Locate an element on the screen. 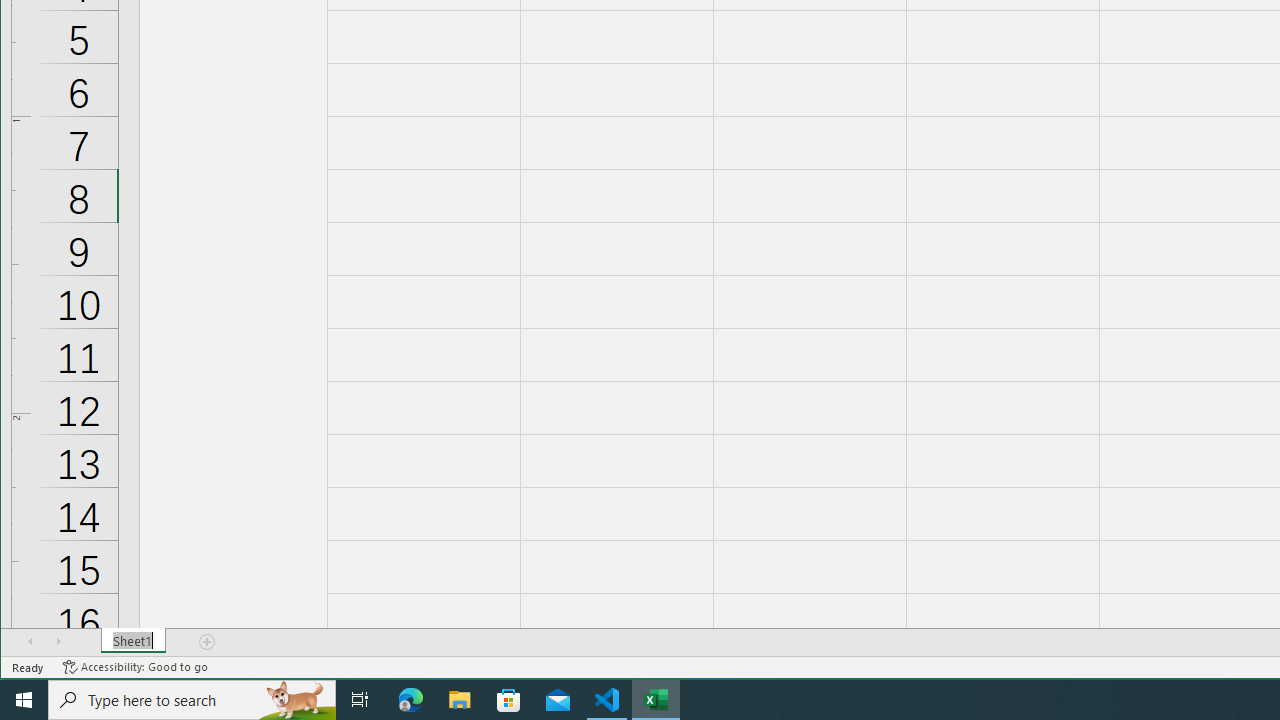 The image size is (1280, 720). 'Excel - 1 running window' is located at coordinates (656, 698).